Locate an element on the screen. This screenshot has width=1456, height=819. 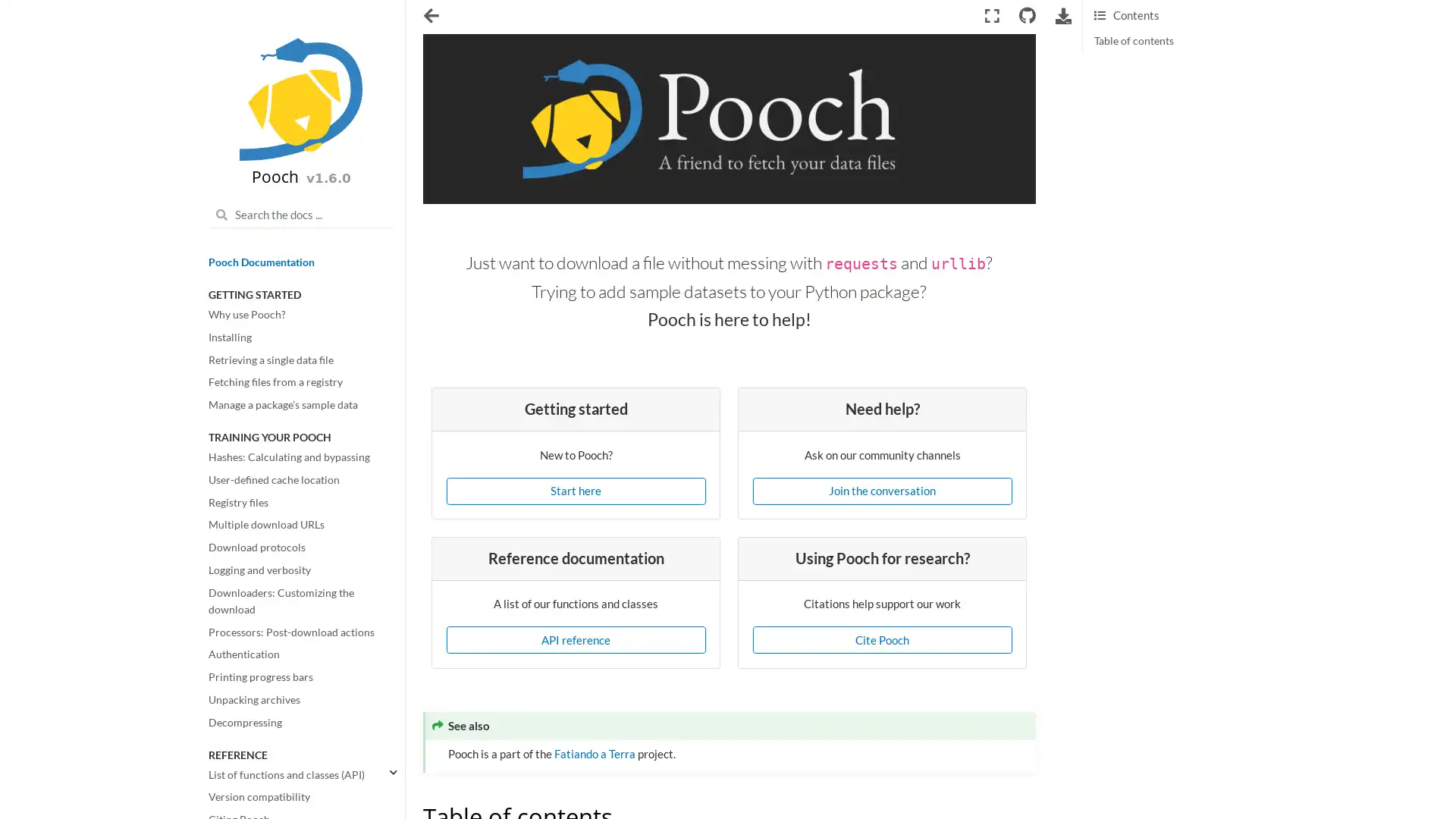
Fullscreen mode is located at coordinates (991, 15).